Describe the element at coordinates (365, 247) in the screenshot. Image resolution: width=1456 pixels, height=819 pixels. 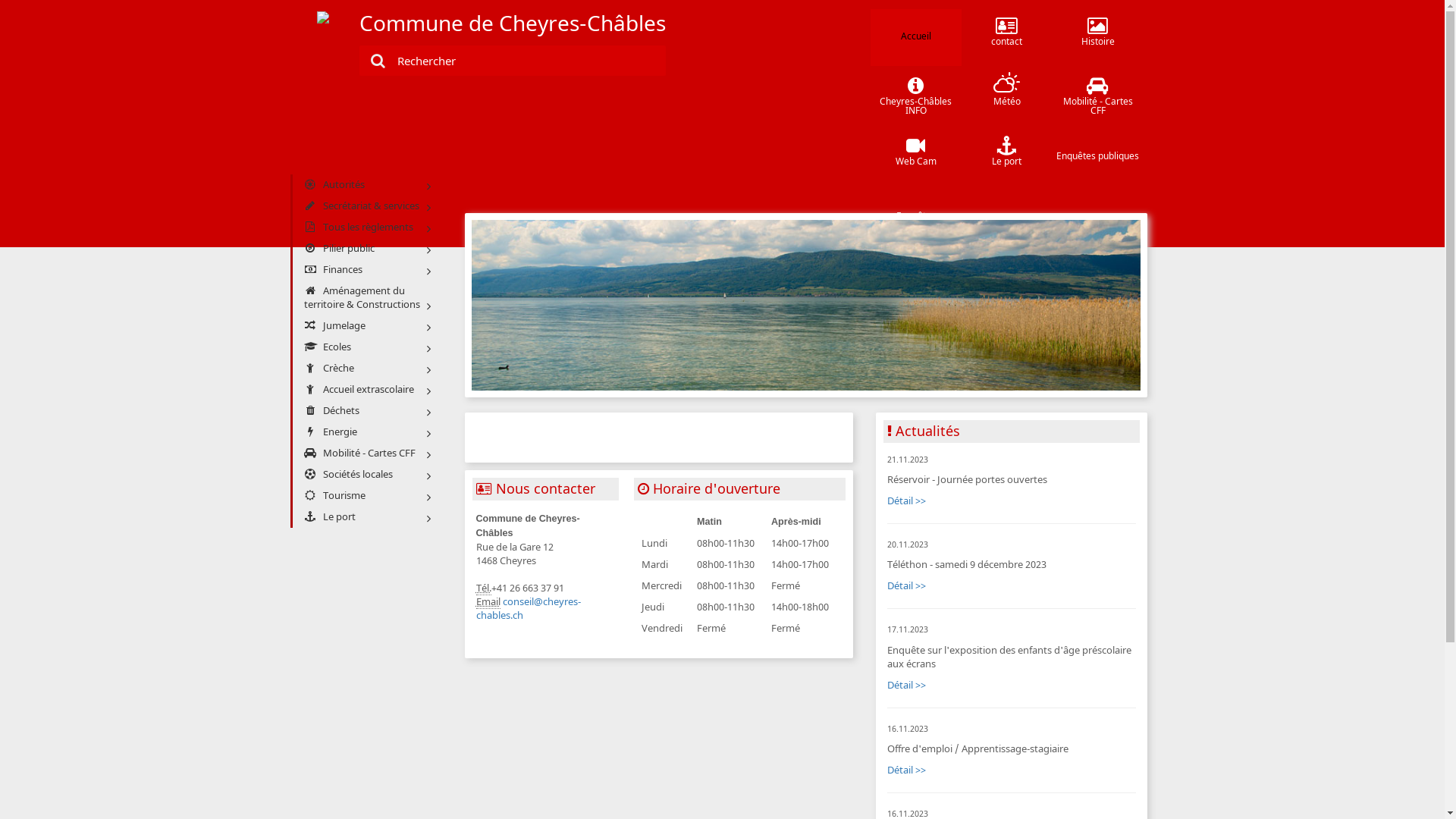
I see `'Pilier public'` at that location.